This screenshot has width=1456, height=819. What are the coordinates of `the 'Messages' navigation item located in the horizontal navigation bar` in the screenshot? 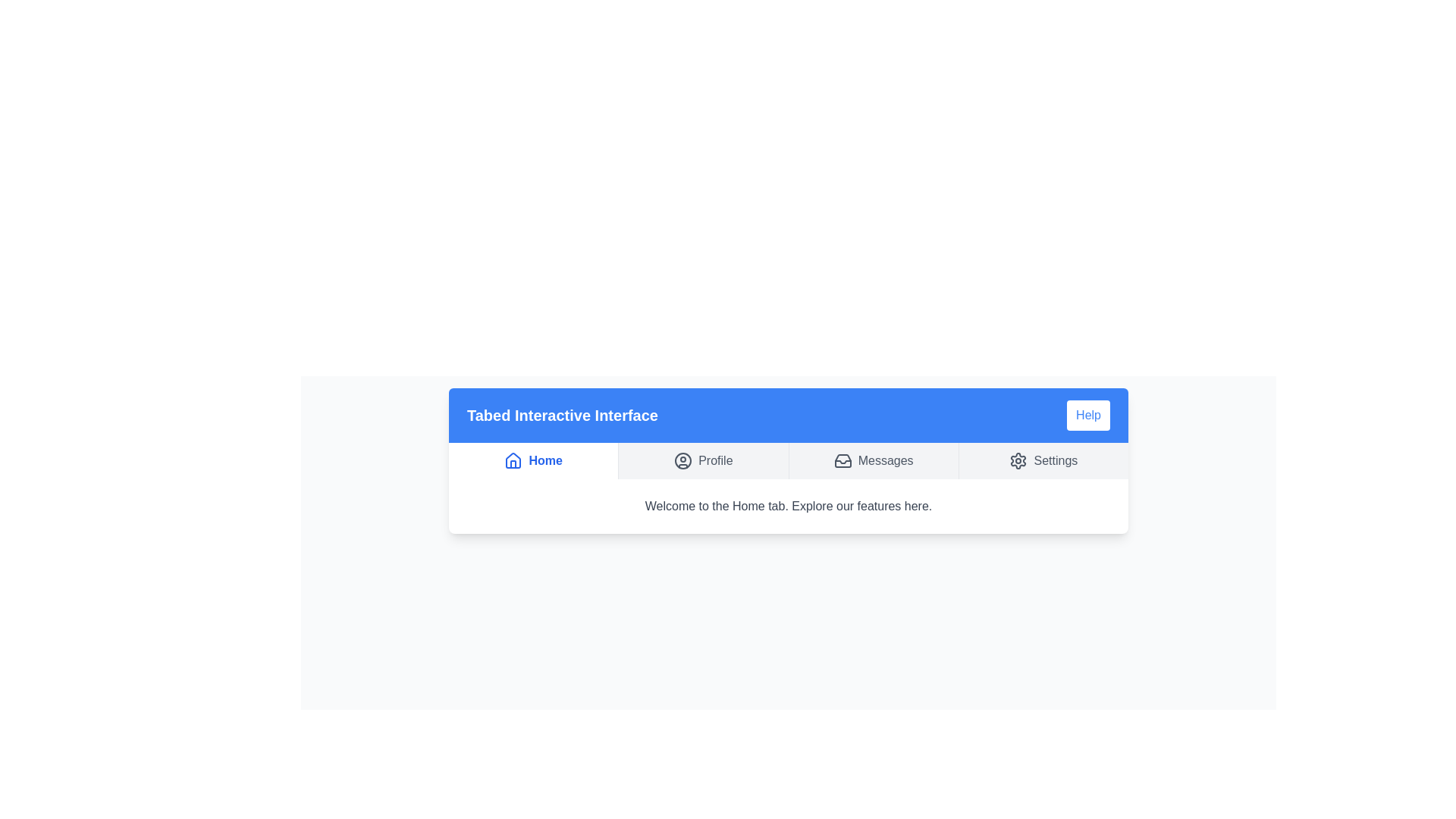 It's located at (874, 460).